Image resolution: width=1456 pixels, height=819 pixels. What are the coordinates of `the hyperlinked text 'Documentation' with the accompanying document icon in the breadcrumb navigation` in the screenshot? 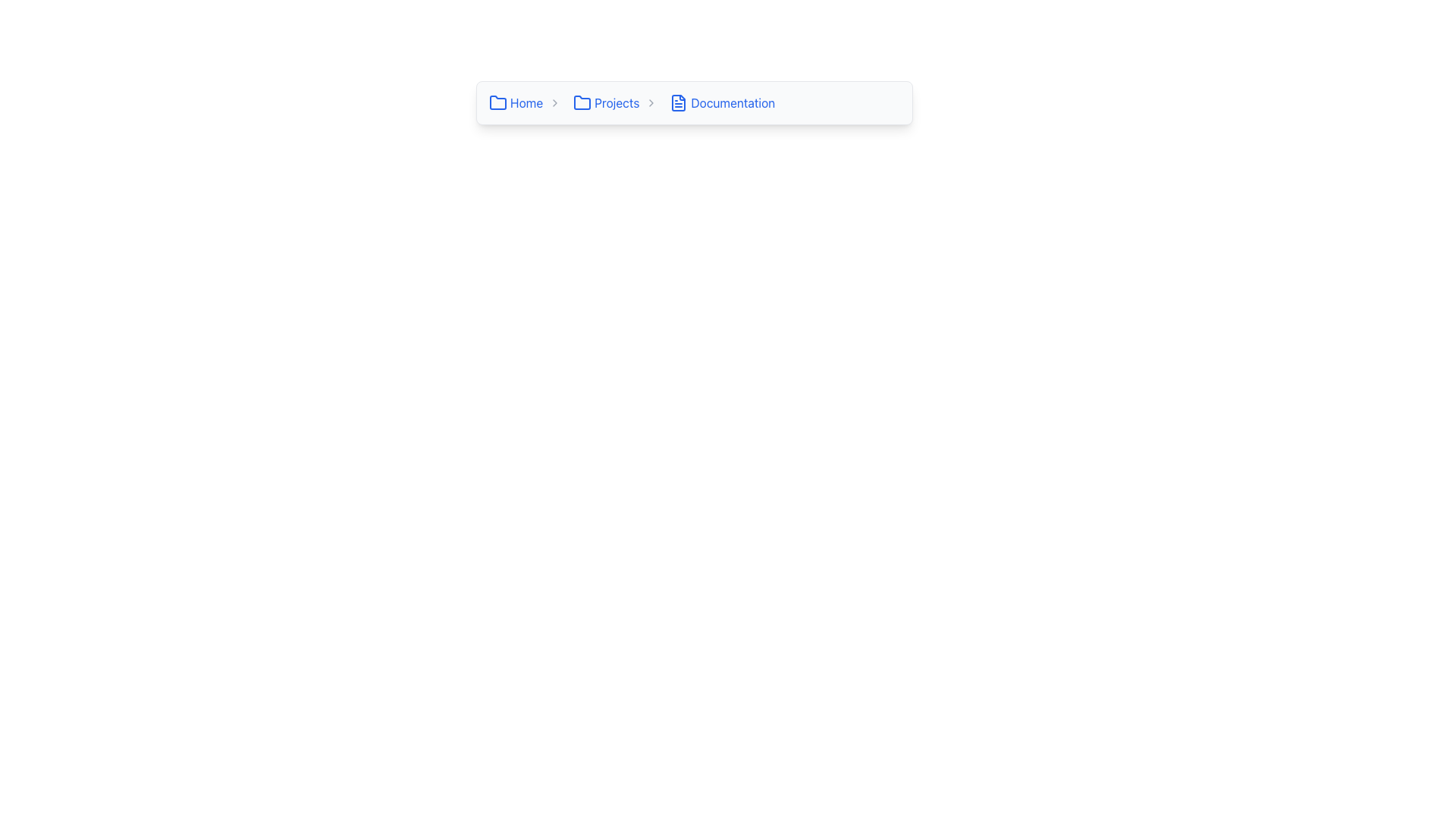 It's located at (721, 102).